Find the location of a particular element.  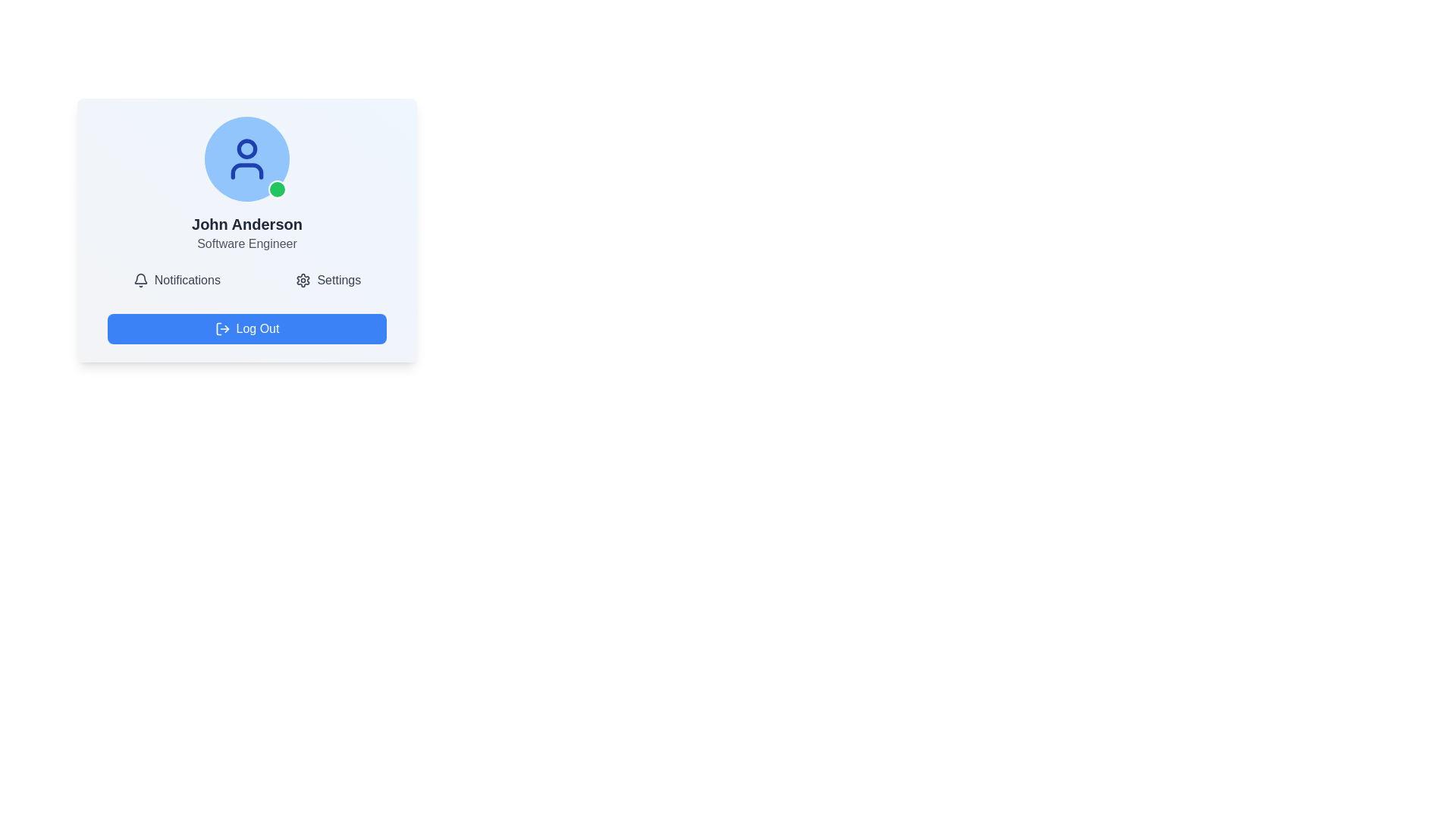

text displayed in the user profile area, which shows the user's name and title, located centrally below the user icon and above the 'Notifications' and 'Settings' buttons is located at coordinates (247, 234).